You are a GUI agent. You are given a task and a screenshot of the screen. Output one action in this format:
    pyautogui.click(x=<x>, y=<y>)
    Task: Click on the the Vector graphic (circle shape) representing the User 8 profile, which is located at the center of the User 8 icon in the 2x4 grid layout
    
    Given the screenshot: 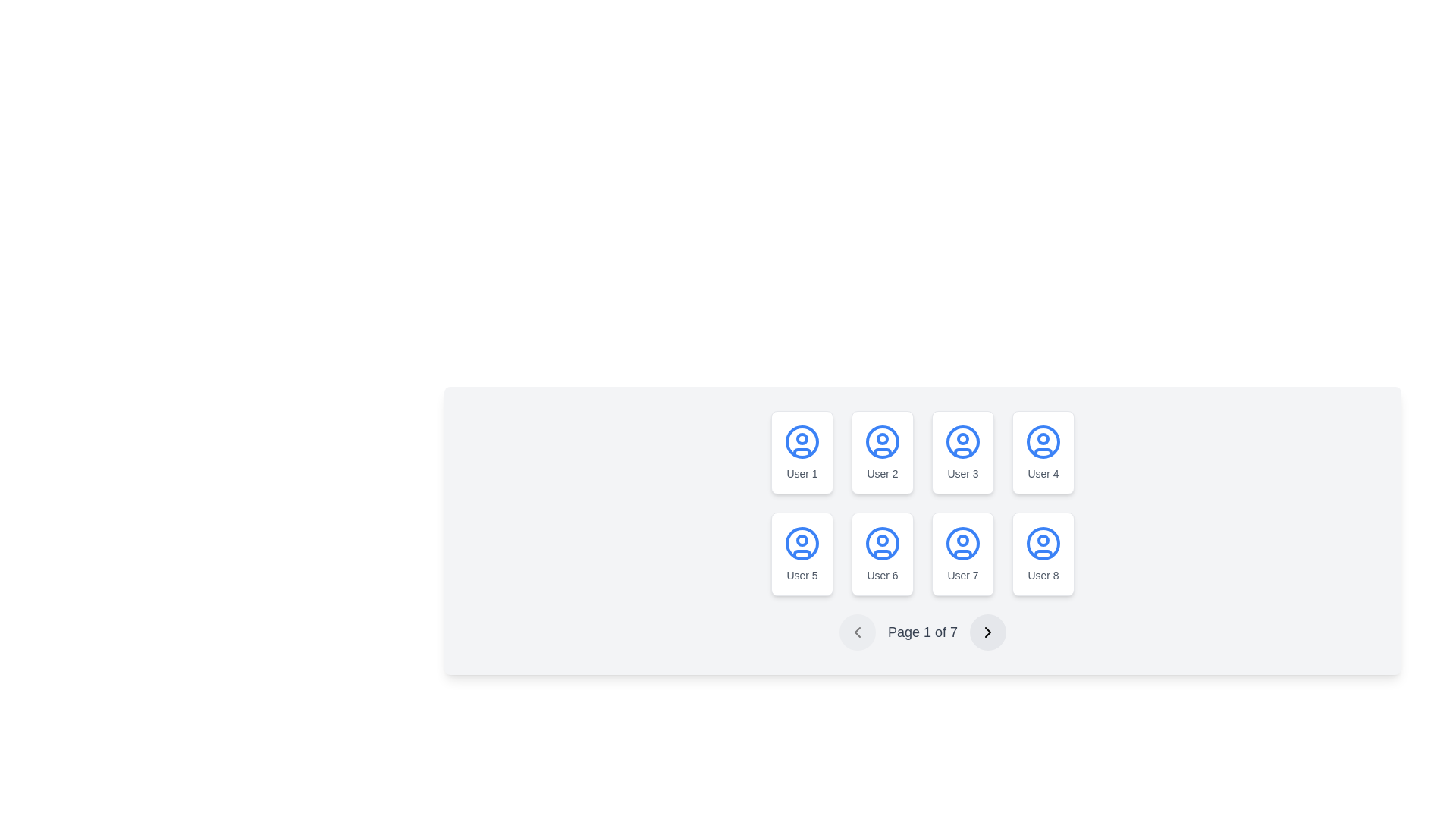 What is the action you would take?
    pyautogui.click(x=1043, y=543)
    